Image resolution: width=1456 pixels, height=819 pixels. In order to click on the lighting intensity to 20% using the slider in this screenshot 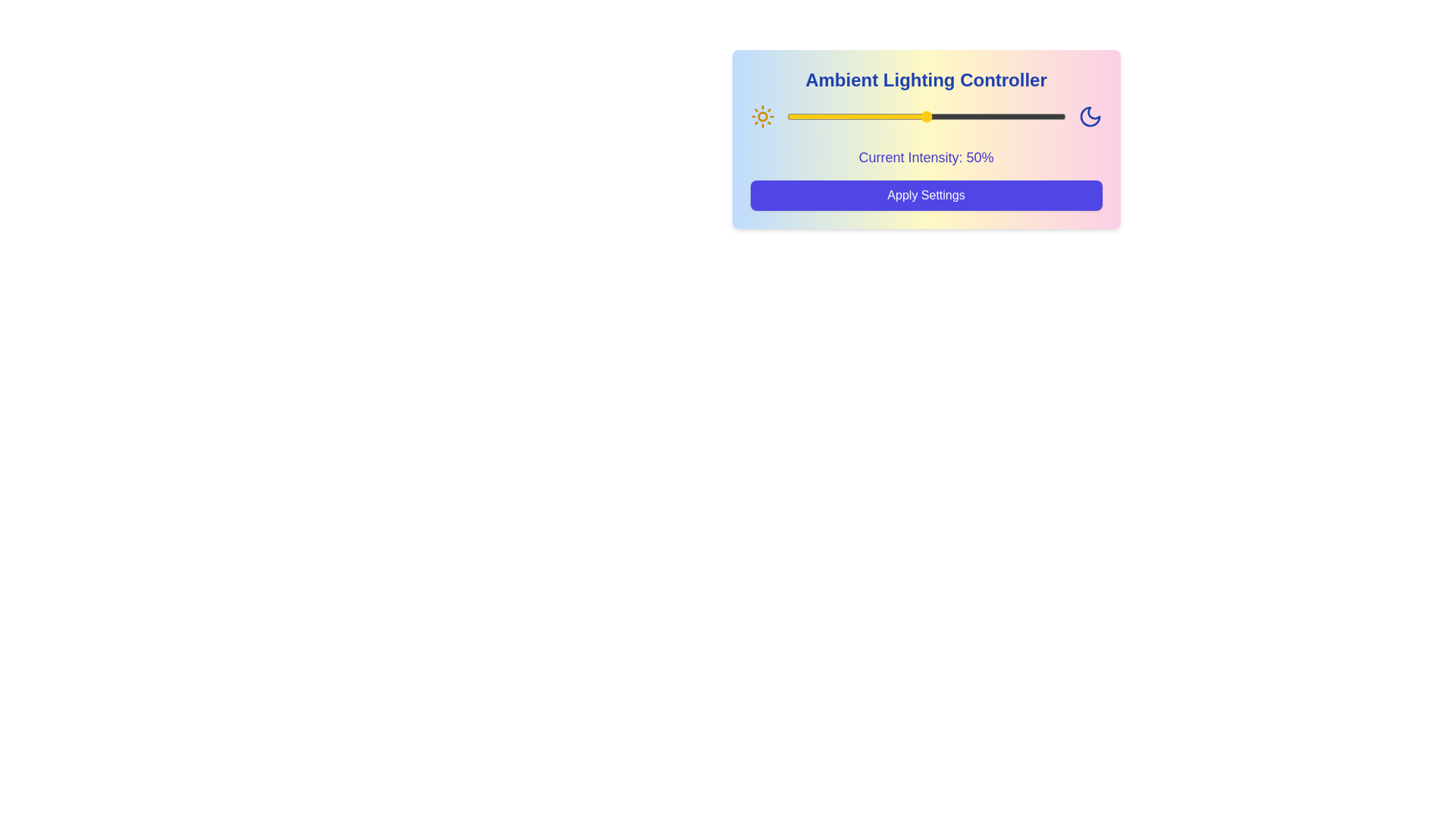, I will do `click(842, 116)`.